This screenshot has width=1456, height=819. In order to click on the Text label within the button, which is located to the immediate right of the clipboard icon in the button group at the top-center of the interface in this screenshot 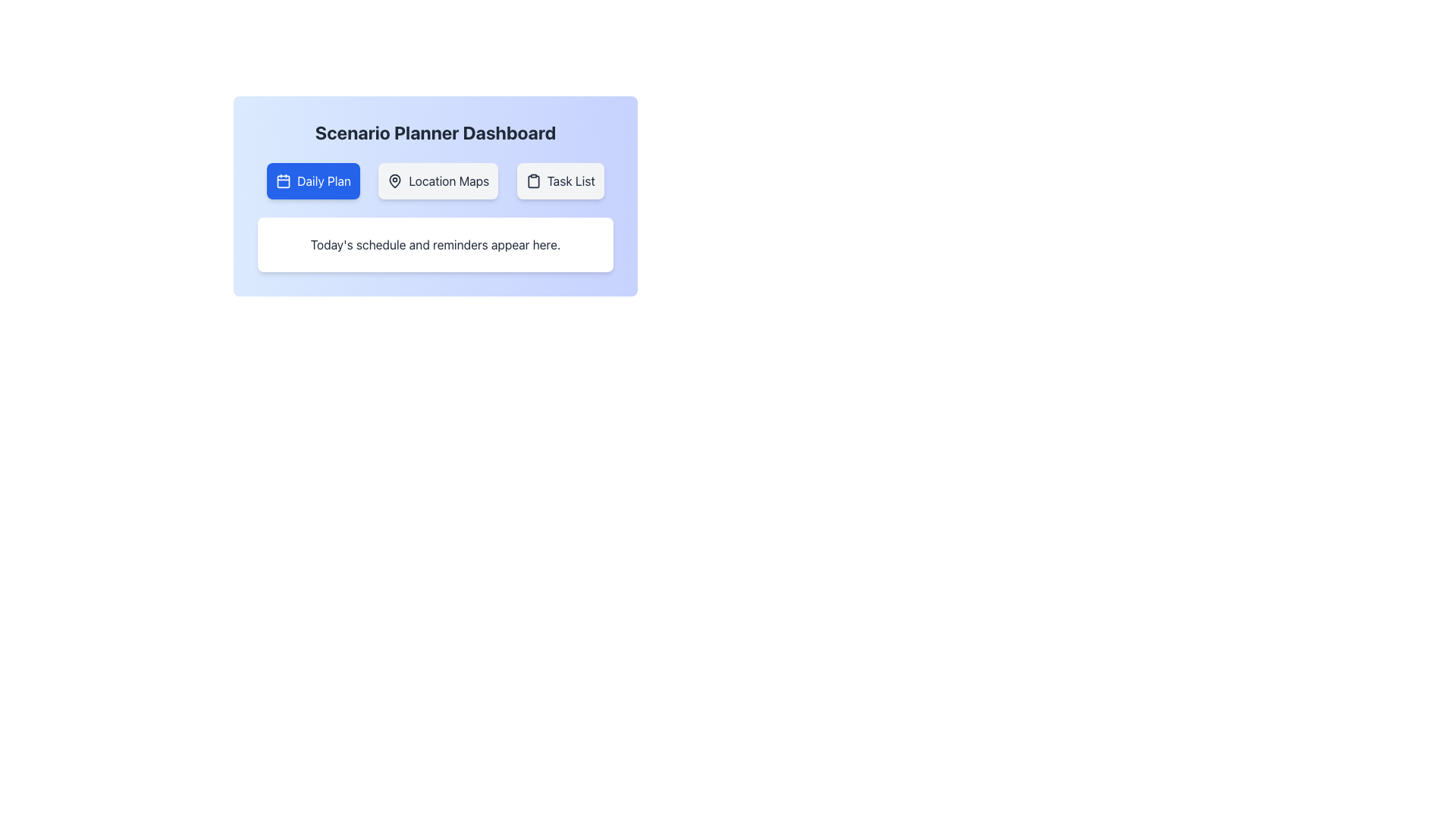, I will do `click(570, 180)`.